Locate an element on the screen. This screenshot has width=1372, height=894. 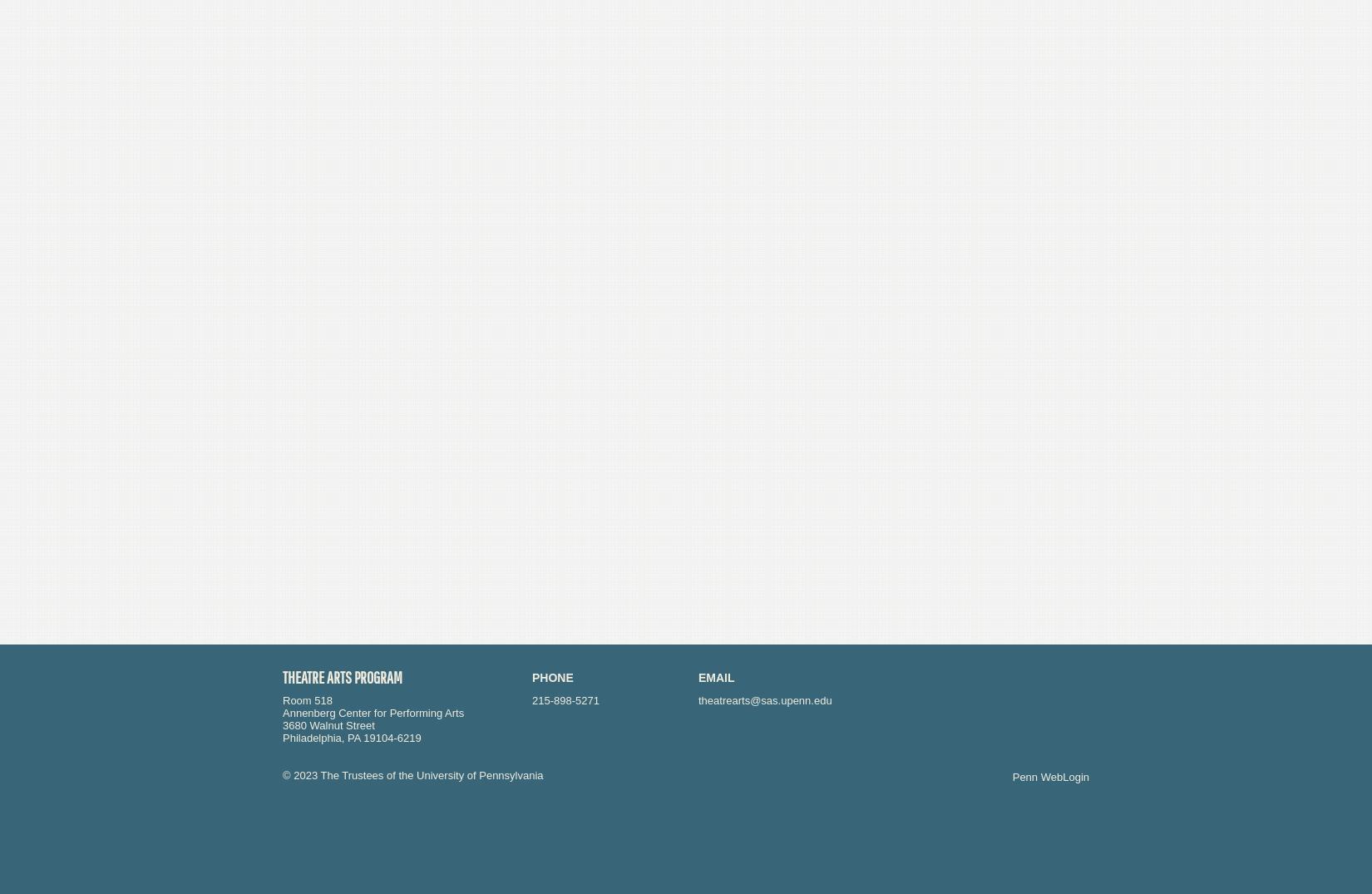
'theatrearts@sas.upenn.edu' is located at coordinates (765, 700).